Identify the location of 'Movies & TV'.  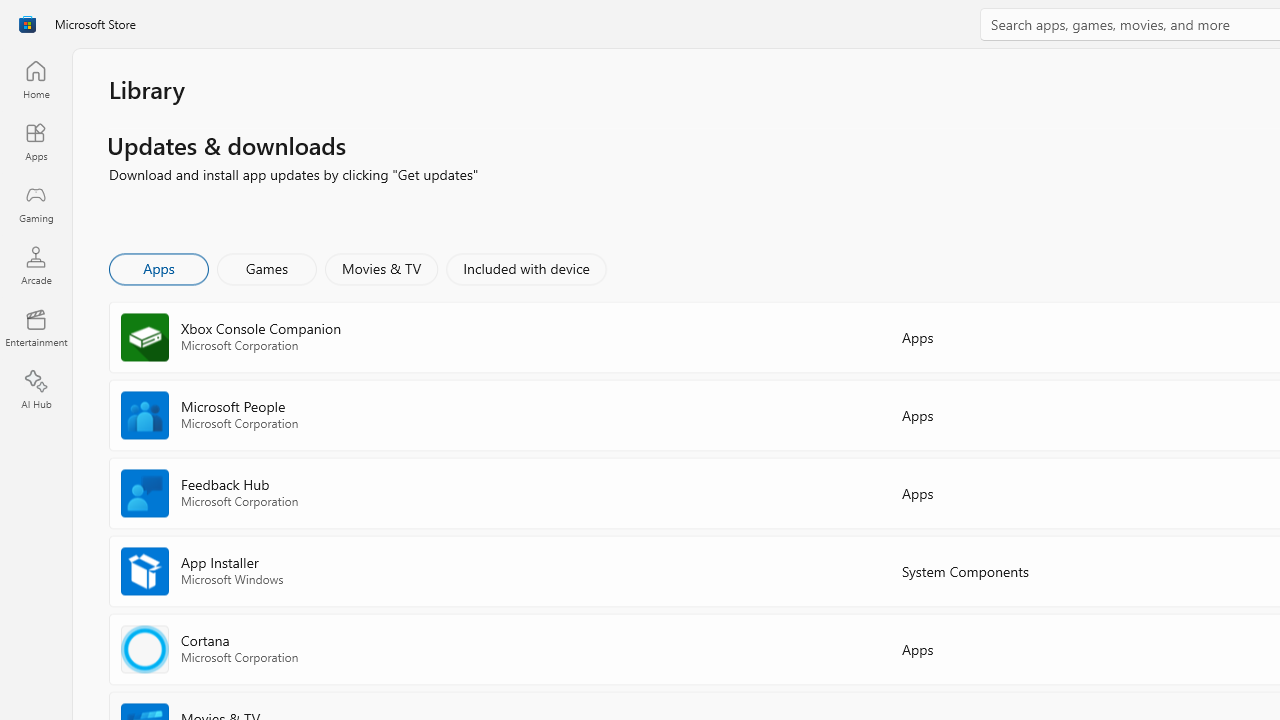
(381, 267).